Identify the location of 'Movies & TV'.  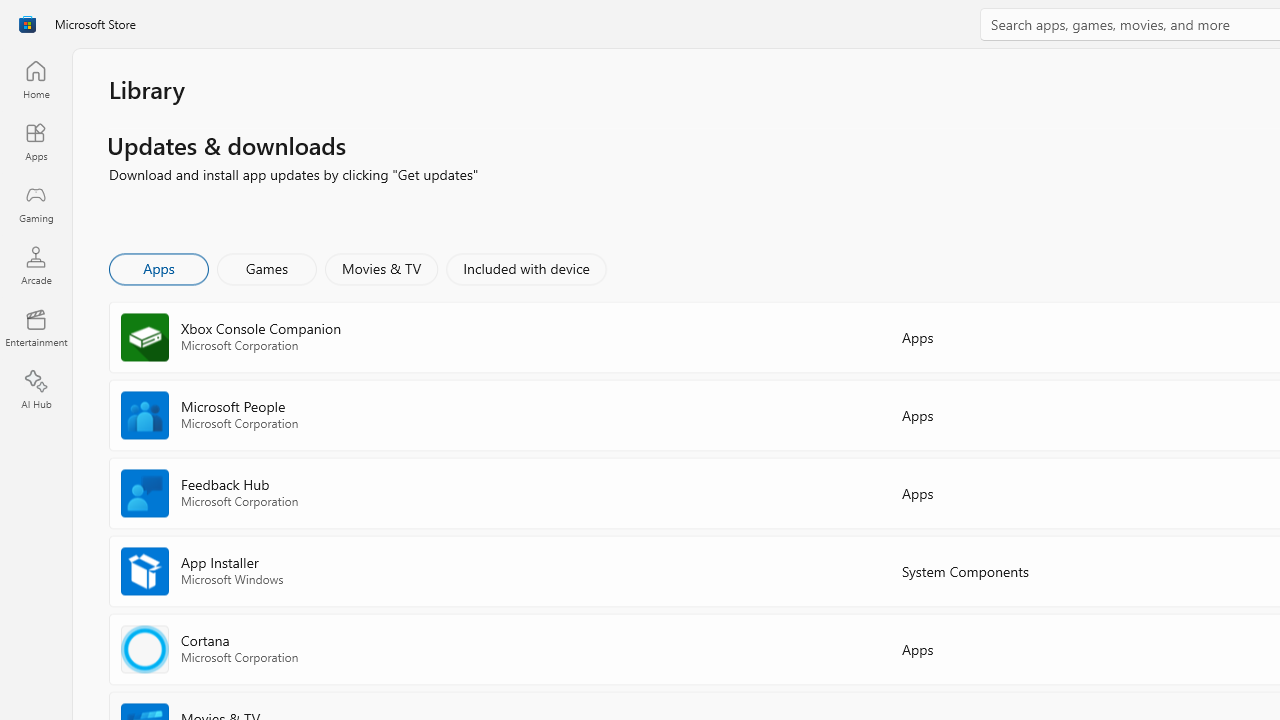
(381, 267).